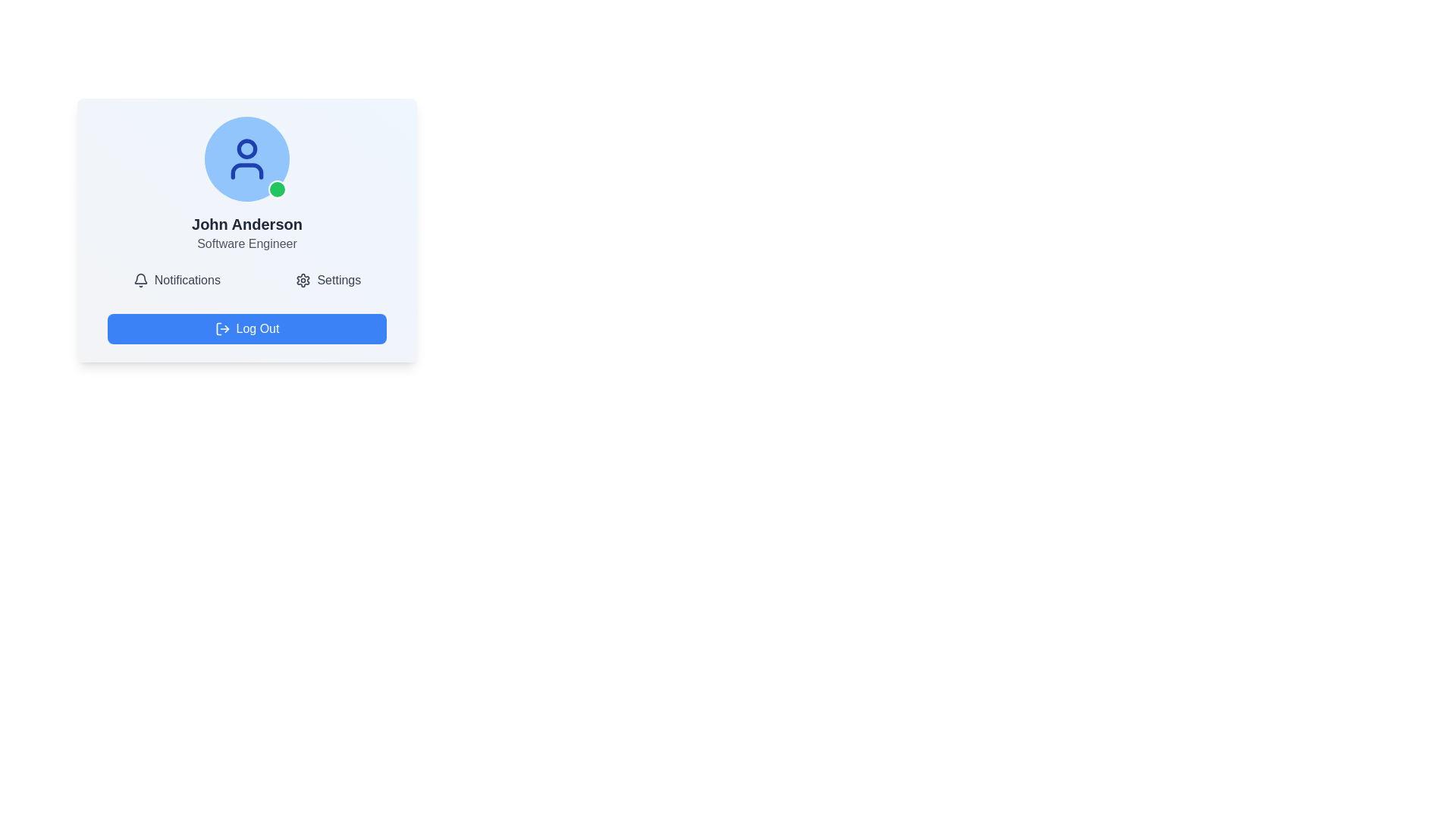 The image size is (1456, 819). I want to click on the rectangular shape representing the body of the user's avatar icon, which is located below the circular head within the profile display, so click(247, 171).